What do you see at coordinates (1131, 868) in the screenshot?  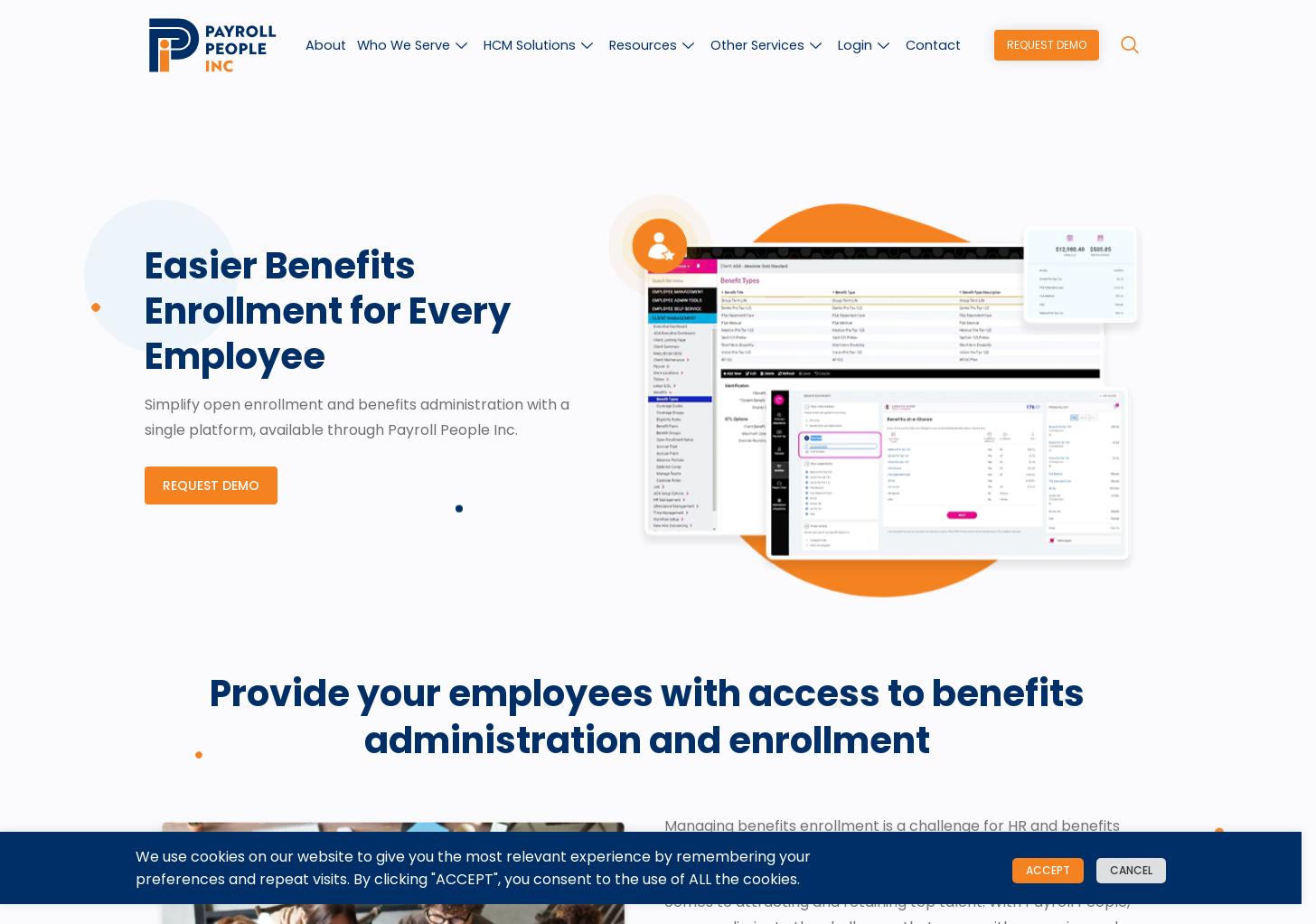 I see `'Cancel'` at bounding box center [1131, 868].